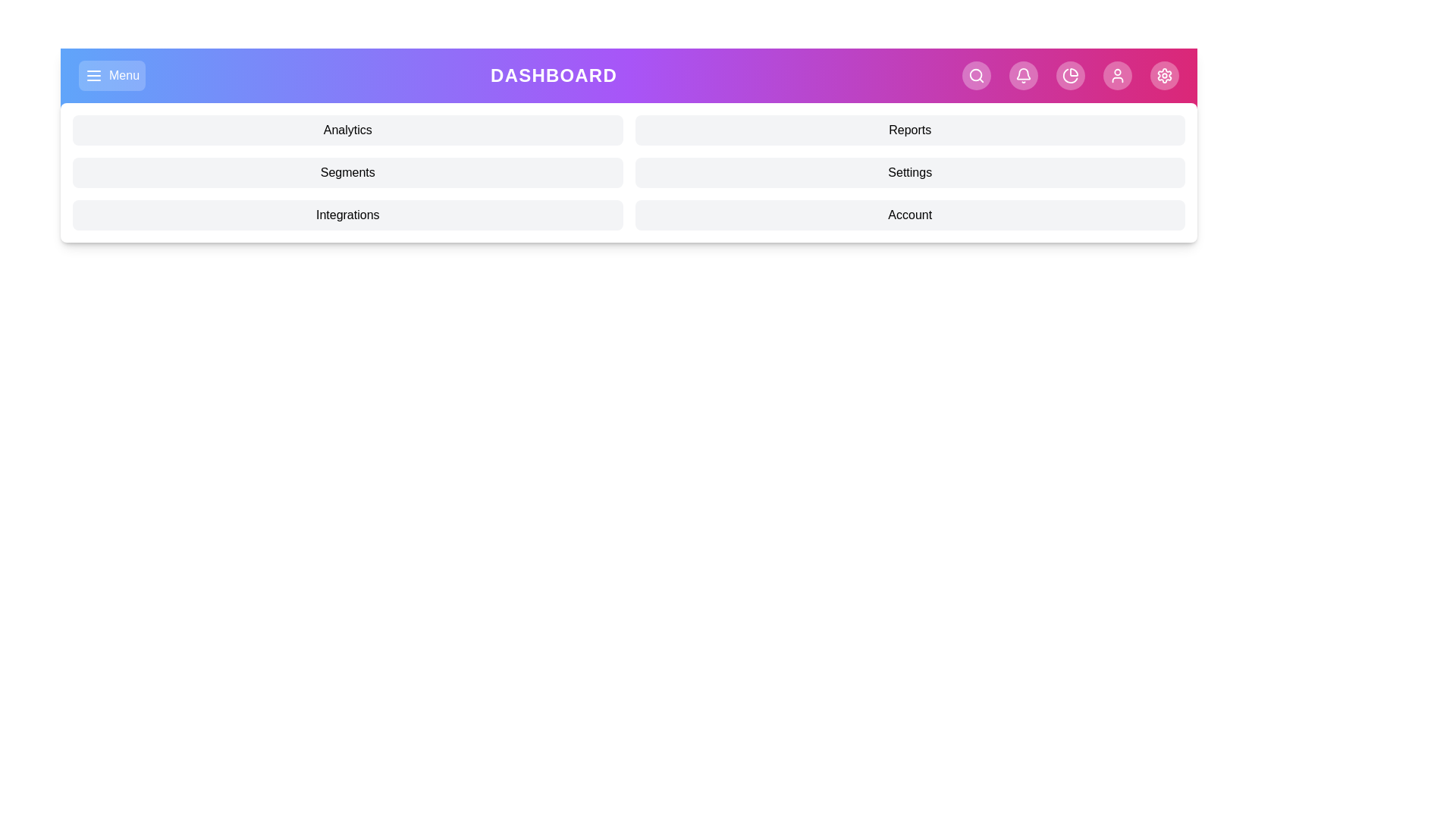 This screenshot has height=819, width=1456. I want to click on the Search navigation icon, so click(976, 76).